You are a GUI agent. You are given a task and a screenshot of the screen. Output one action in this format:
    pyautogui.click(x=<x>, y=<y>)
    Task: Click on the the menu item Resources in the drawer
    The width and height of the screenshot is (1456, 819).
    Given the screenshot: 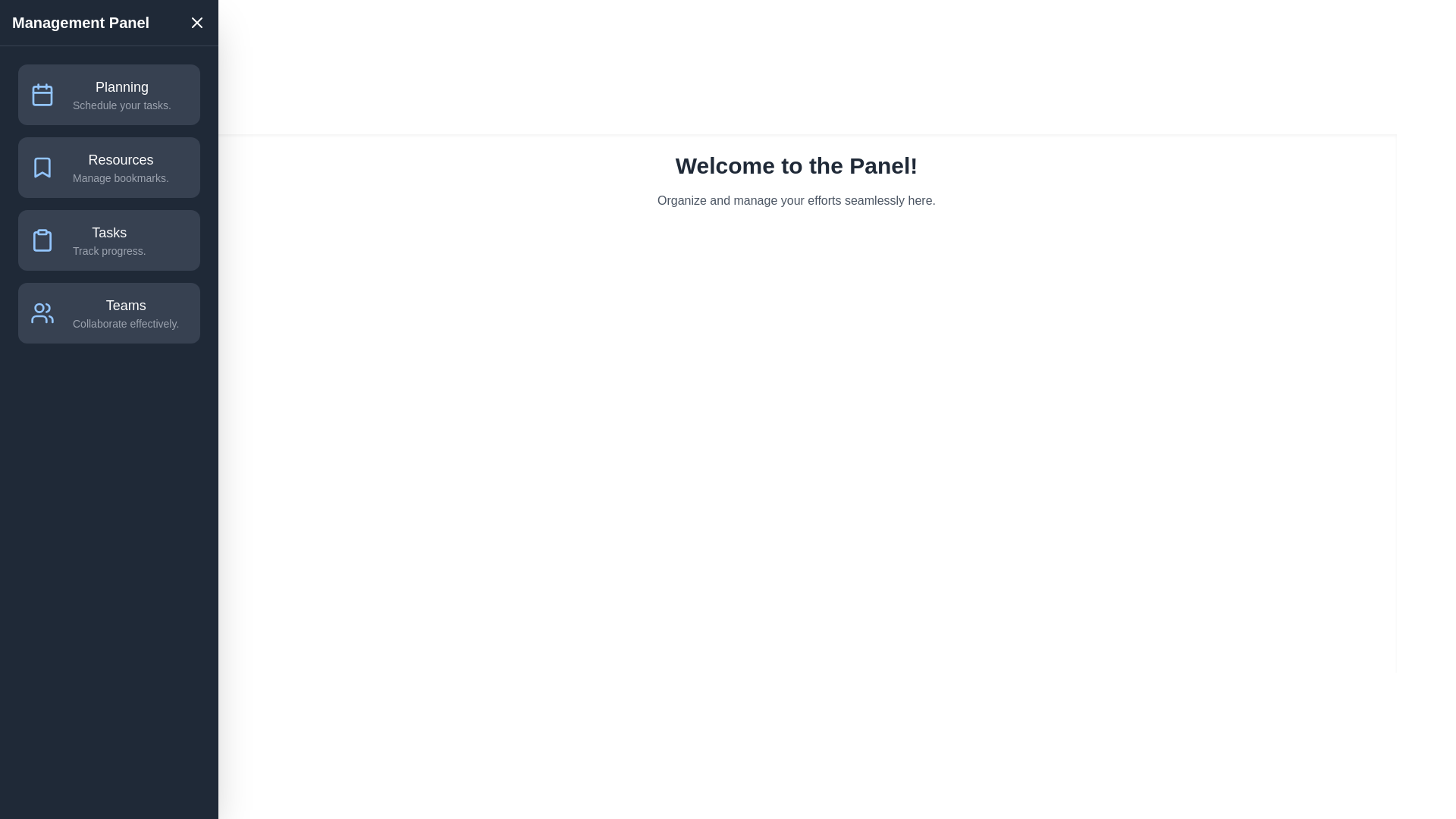 What is the action you would take?
    pyautogui.click(x=108, y=167)
    